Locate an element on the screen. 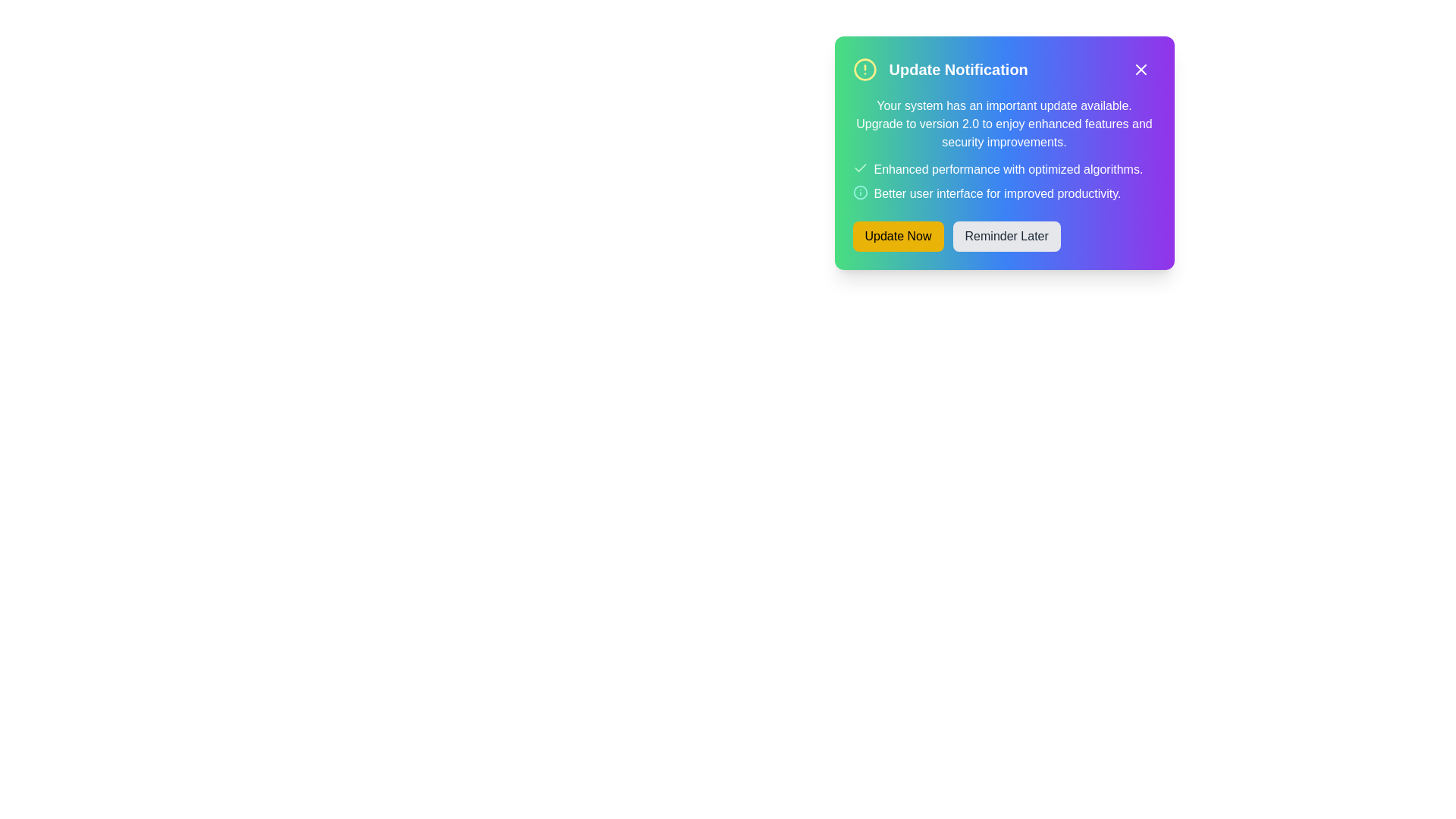 This screenshot has width=1456, height=819. the small circular information icon with a teal outline located to the left of the text 'Better user interface for improved productivity.' is located at coordinates (860, 192).